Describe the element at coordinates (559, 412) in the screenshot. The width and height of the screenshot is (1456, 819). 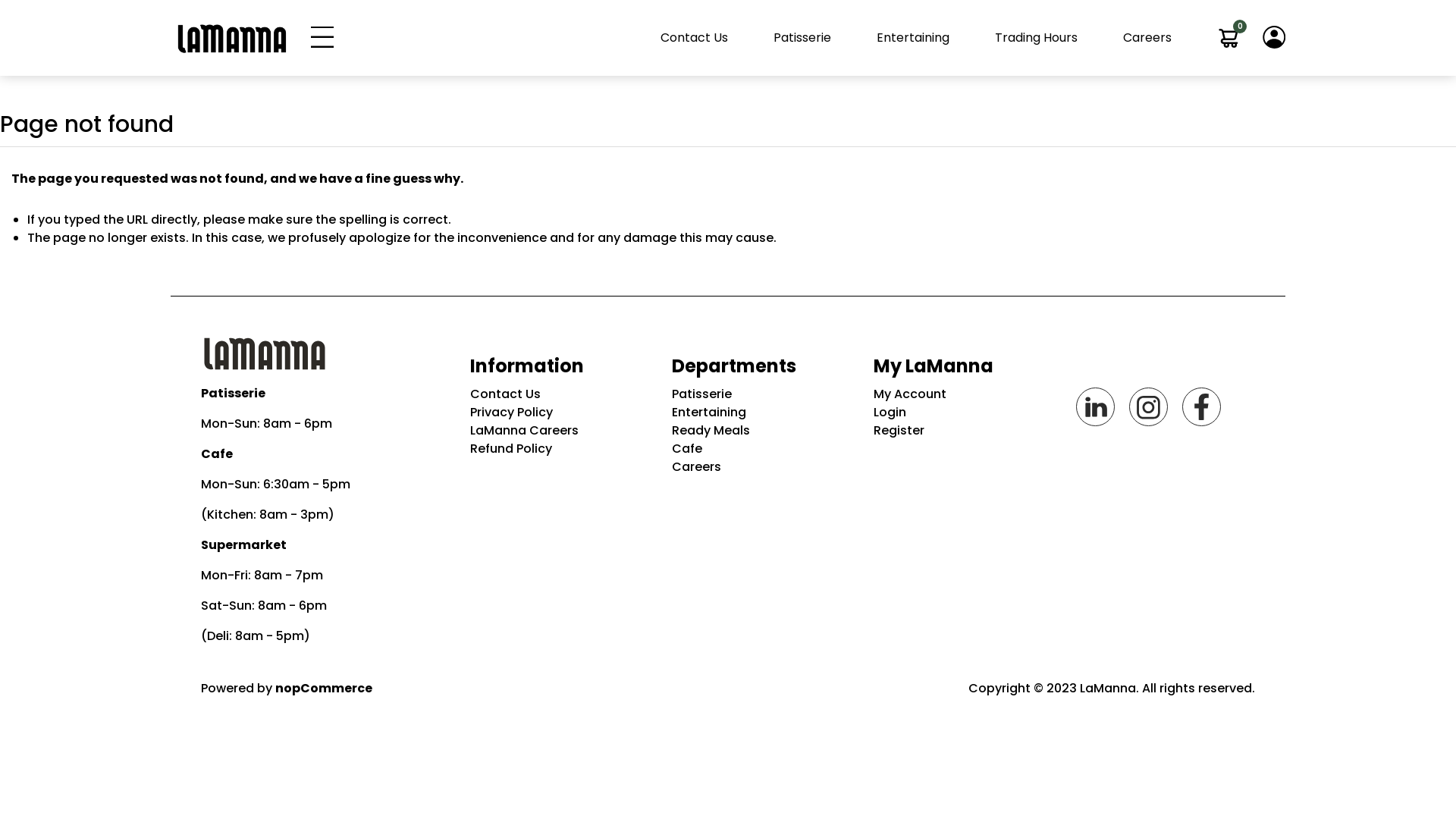
I see `'Privacy Policy'` at that location.